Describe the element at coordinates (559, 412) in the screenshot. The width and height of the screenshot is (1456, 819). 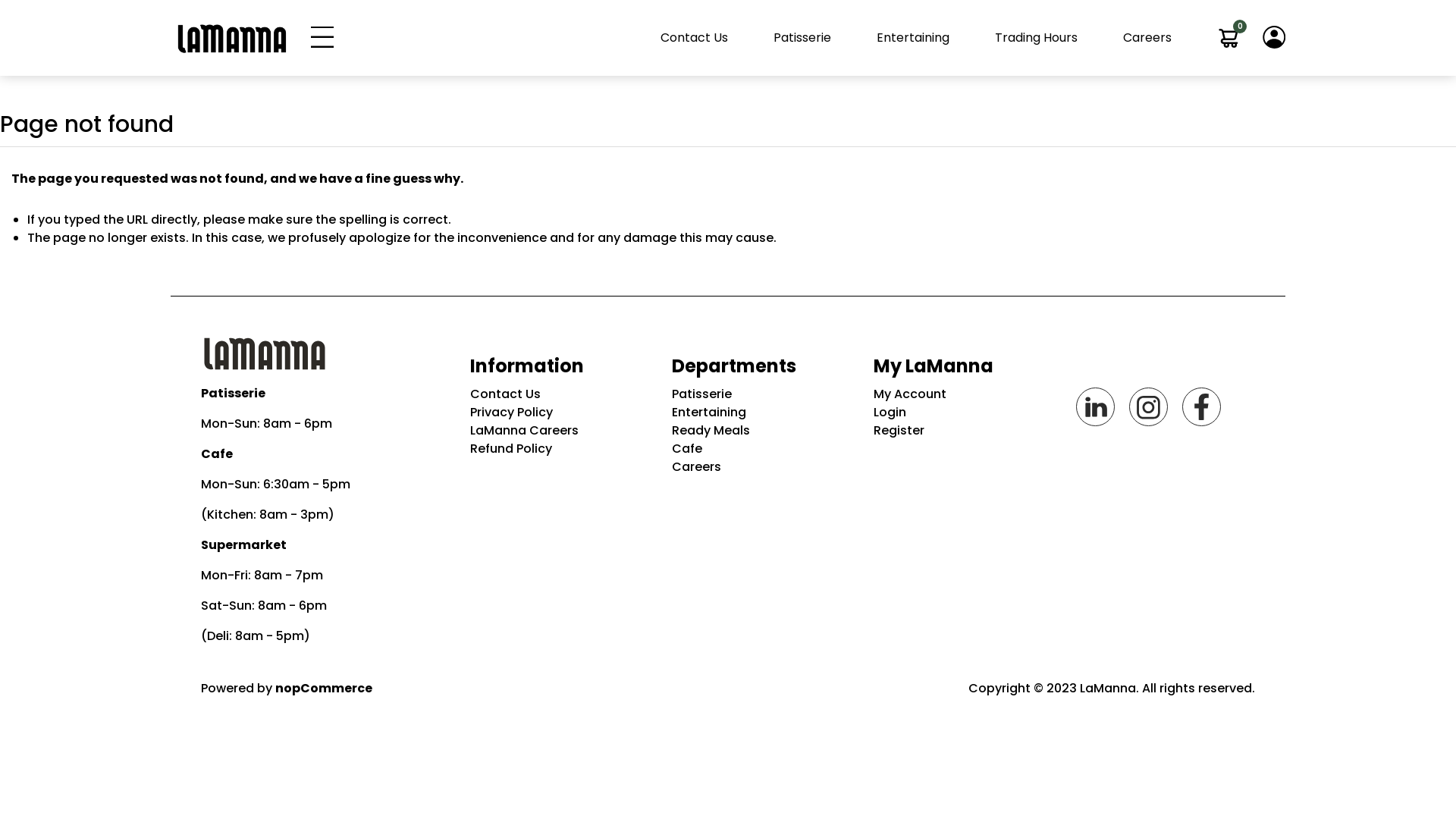
I see `'Privacy Policy'` at that location.